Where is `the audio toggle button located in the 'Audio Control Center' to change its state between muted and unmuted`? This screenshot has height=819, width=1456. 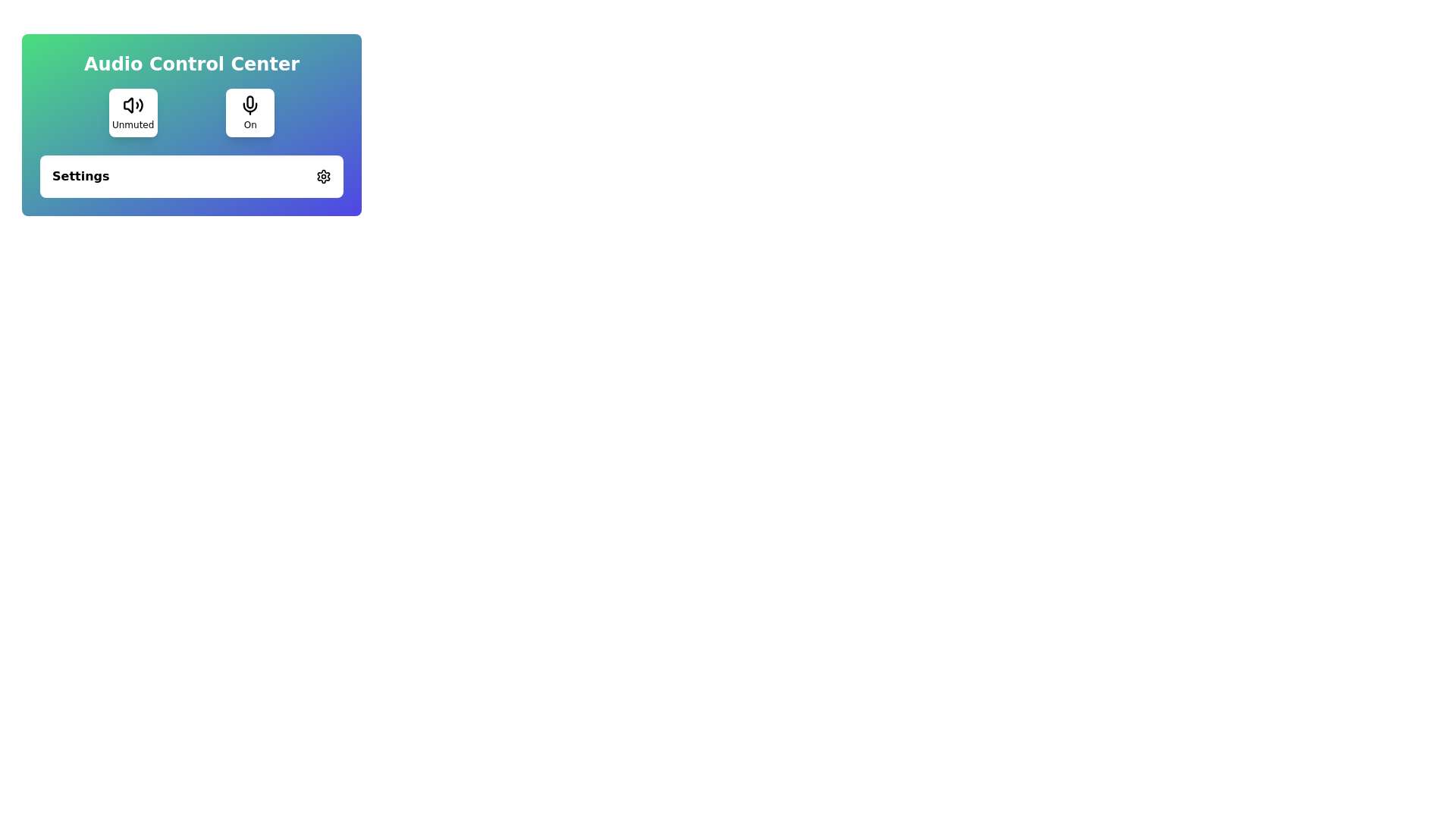 the audio toggle button located in the 'Audio Control Center' to change its state between muted and unmuted is located at coordinates (133, 112).